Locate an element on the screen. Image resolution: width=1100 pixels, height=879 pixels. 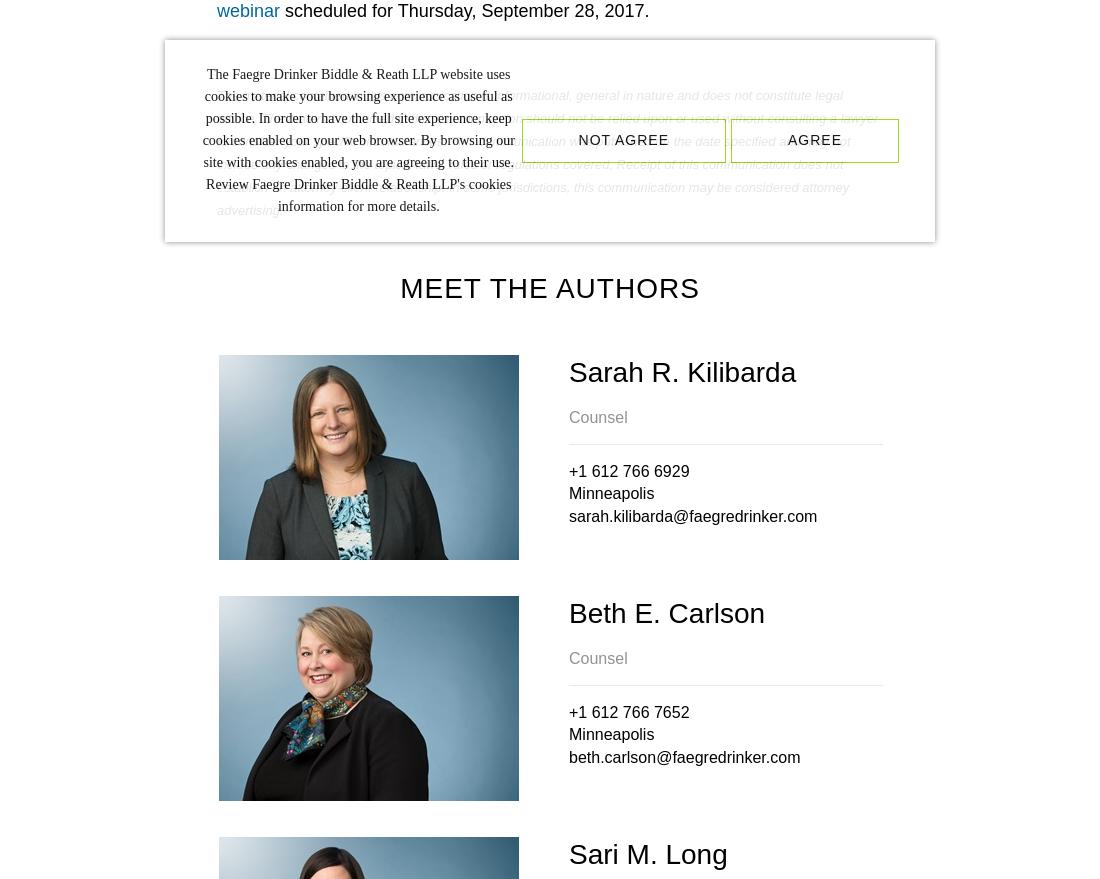
'The Faegre Drinker Biddle & Reath LLP website uses cookies to make your browsing experience as useful as possible. In order to have the full site experience, keep cookies enabled on your web browser. By browsing our site with cookies enabled, you are agreeing to their use. Review Faegre Drinker Biddle & Reath LLP's cookies information for more details.' is located at coordinates (358, 140).